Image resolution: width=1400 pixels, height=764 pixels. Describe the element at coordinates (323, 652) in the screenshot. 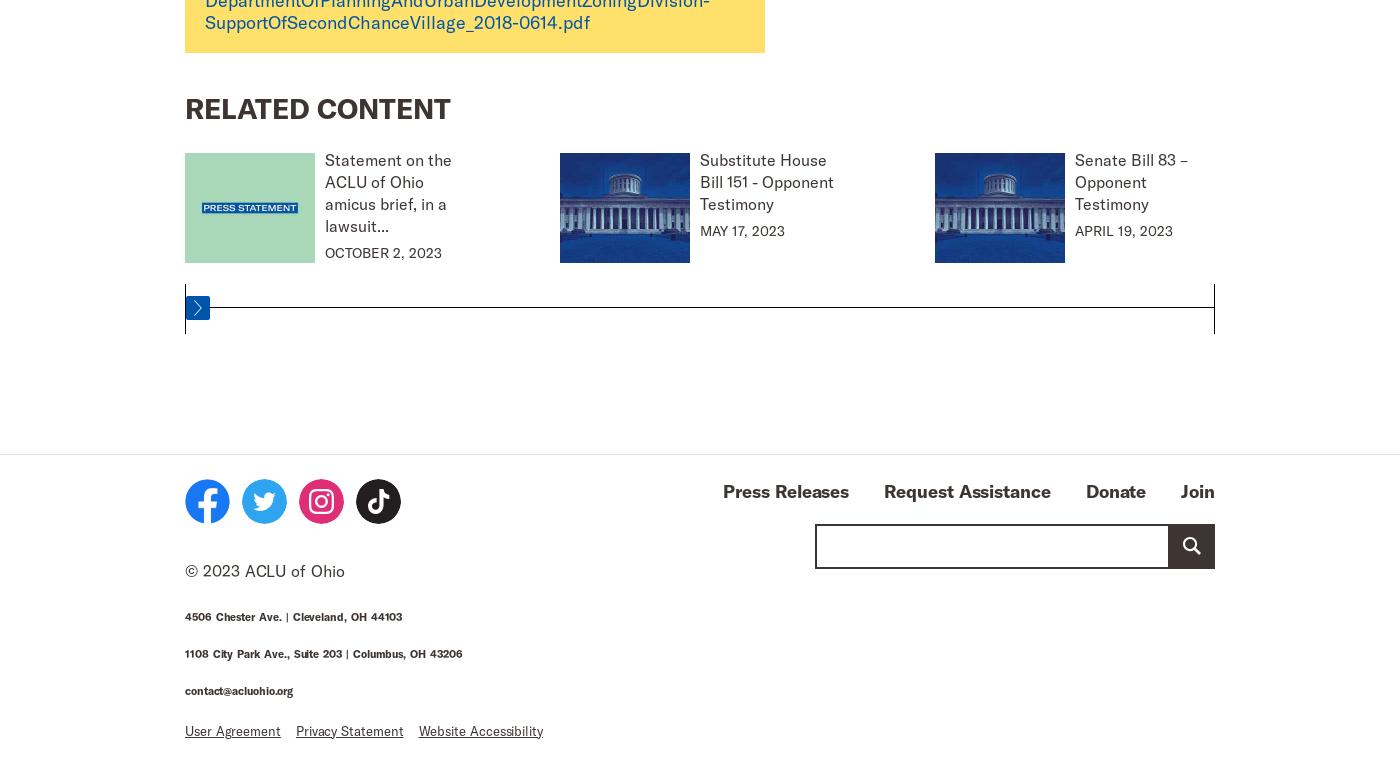

I see `'1108 City Park Ave., Suite 203 | Columbus, OH 43206'` at that location.